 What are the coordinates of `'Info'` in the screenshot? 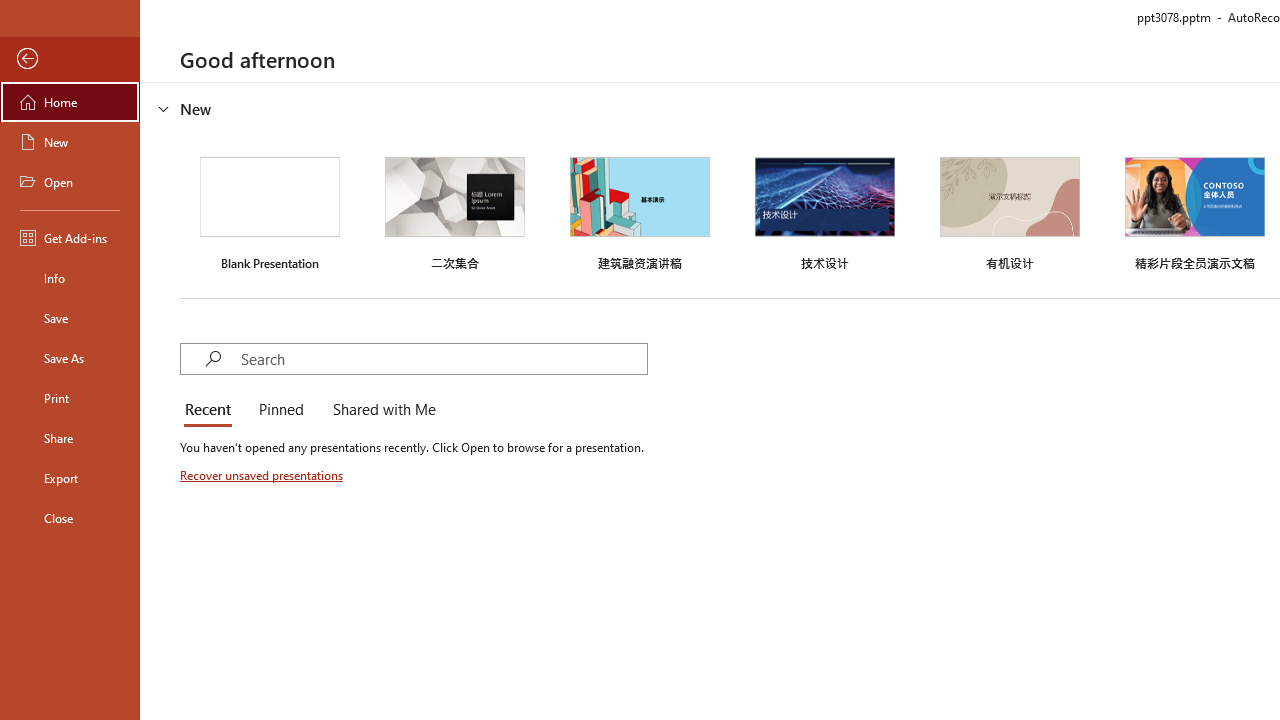 It's located at (69, 277).